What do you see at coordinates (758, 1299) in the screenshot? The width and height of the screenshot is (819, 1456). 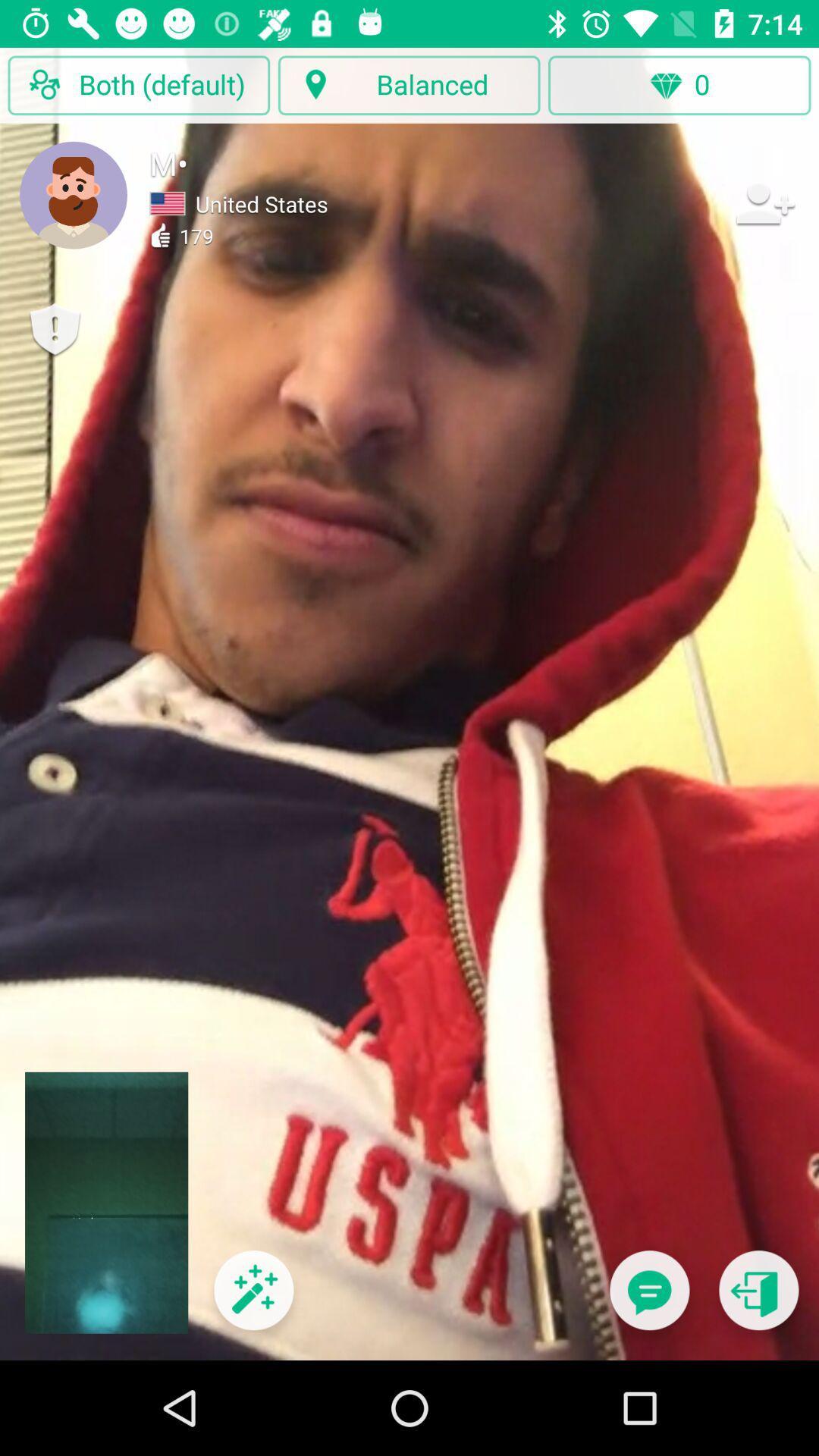 I see `go back` at bounding box center [758, 1299].